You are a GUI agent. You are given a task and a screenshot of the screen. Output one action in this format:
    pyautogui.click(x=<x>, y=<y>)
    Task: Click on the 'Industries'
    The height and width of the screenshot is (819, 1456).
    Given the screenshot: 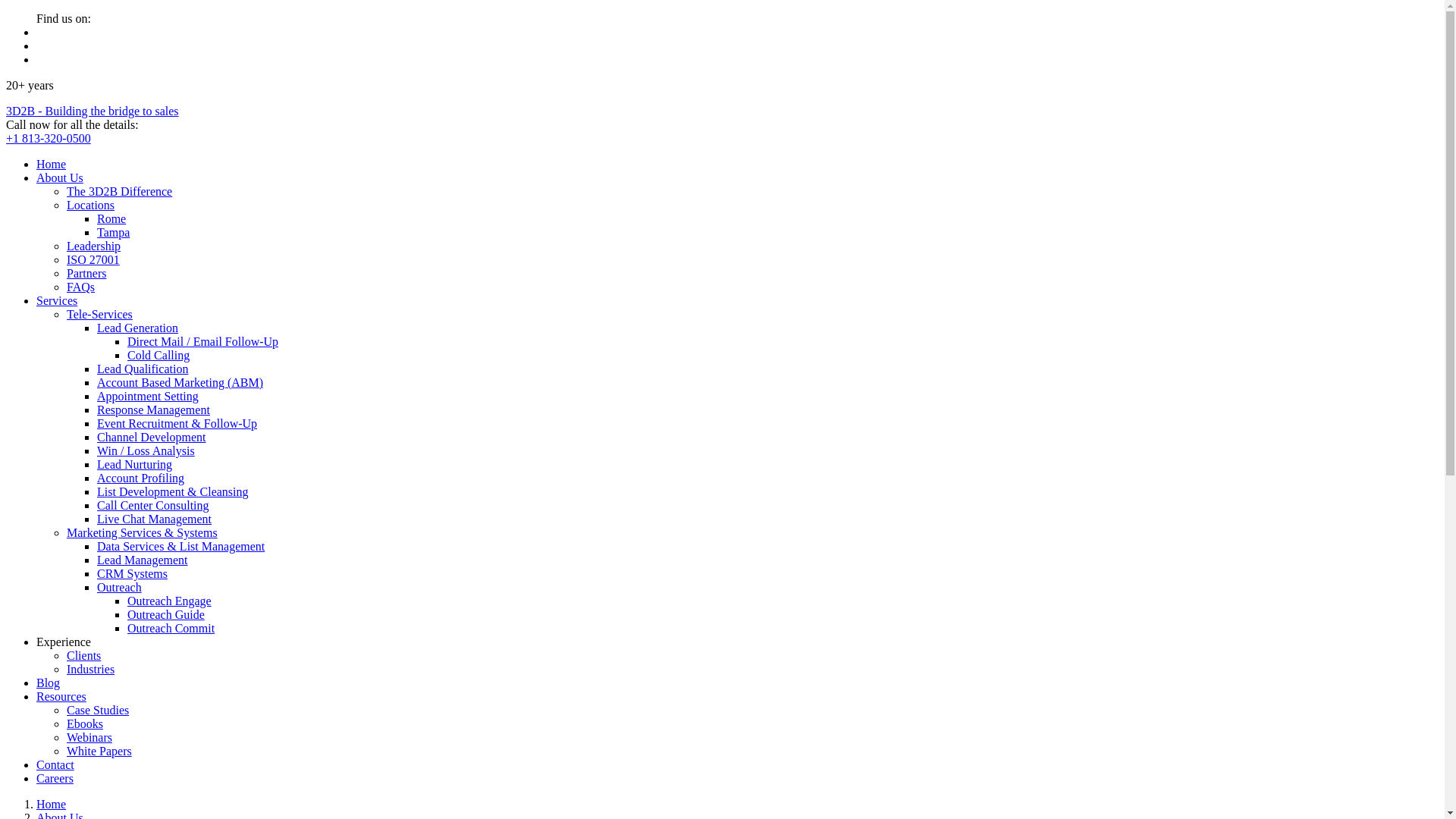 What is the action you would take?
    pyautogui.click(x=89, y=668)
    